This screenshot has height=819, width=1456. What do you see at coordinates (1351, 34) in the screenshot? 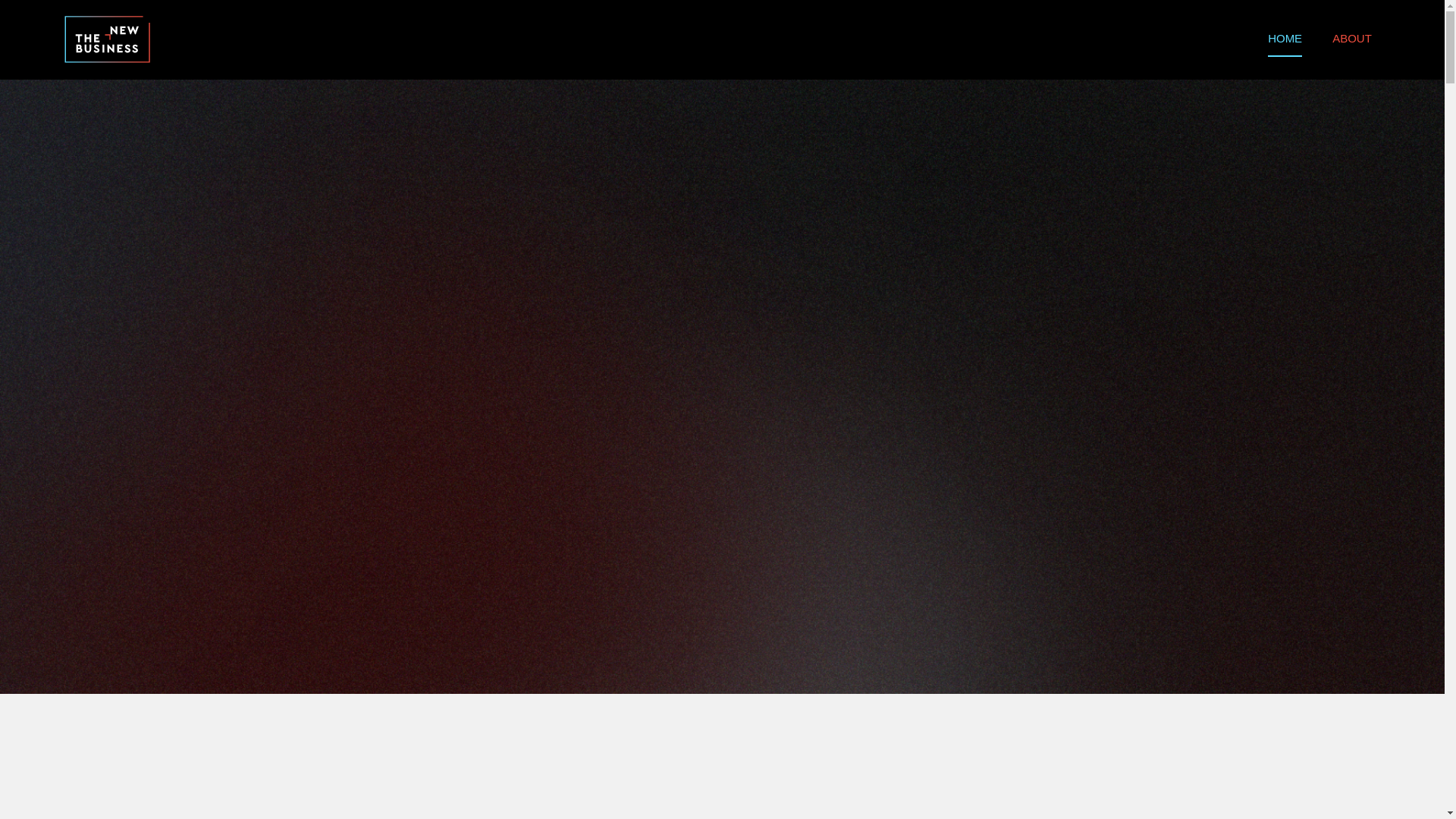
I see `'ABOUT'` at bounding box center [1351, 34].